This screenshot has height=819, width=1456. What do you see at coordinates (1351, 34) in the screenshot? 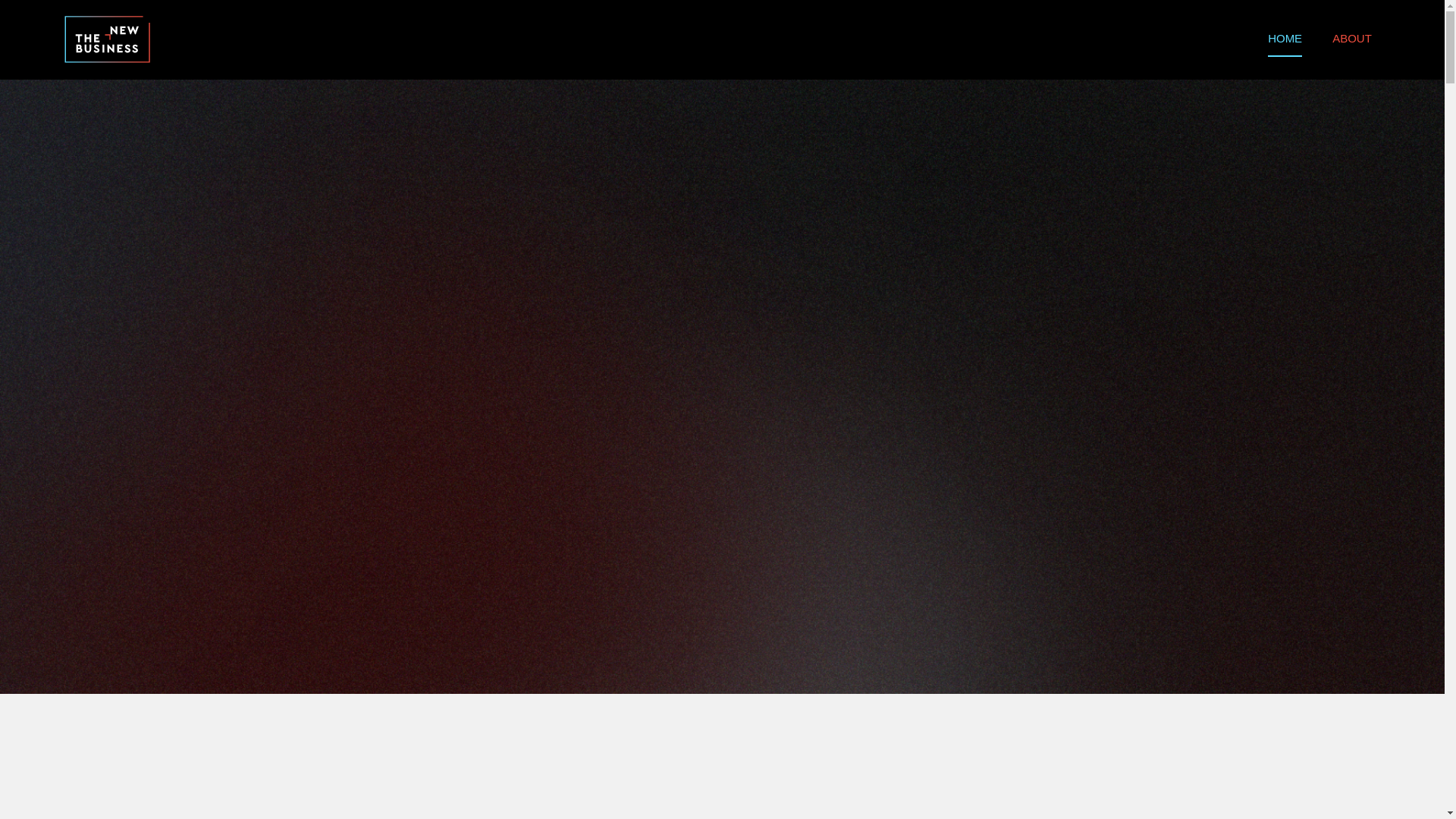
I see `'ABOUT'` at bounding box center [1351, 34].